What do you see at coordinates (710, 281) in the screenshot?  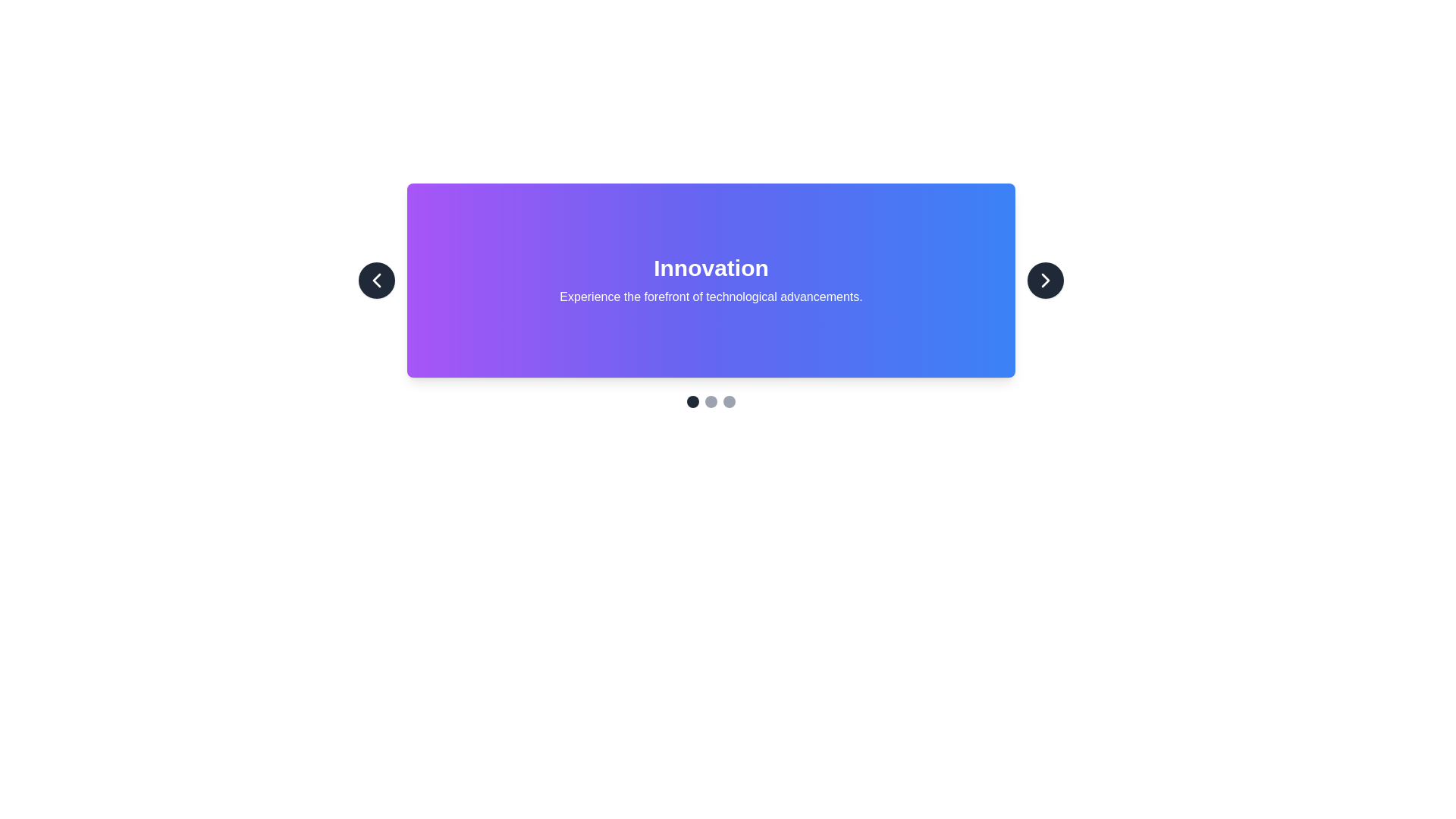 I see `the Feature highlight section, which emphasizes technological innovation and advancements, located centrally between the navigation arrows` at bounding box center [710, 281].